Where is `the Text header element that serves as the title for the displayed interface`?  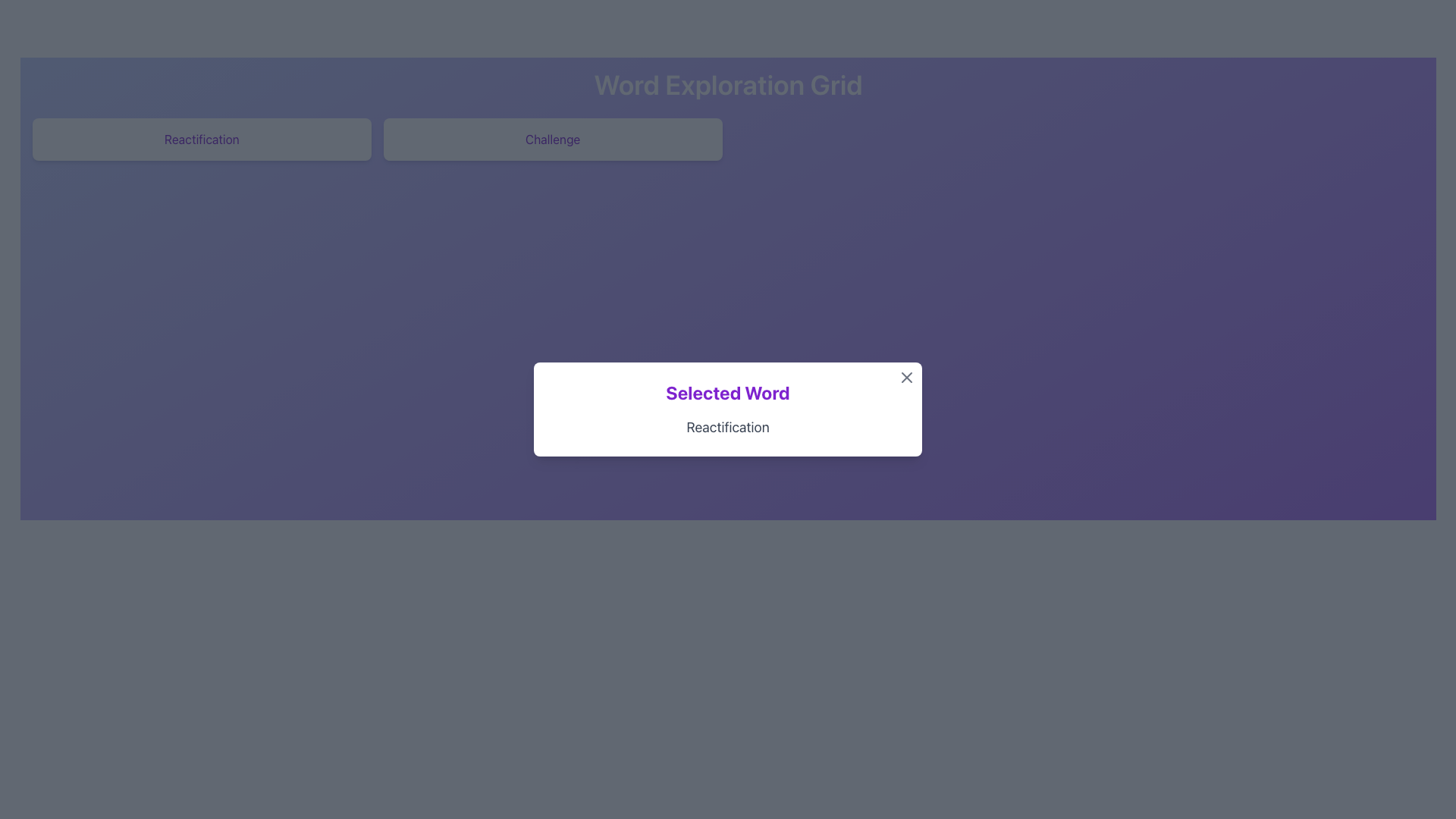 the Text header element that serves as the title for the displayed interface is located at coordinates (728, 84).